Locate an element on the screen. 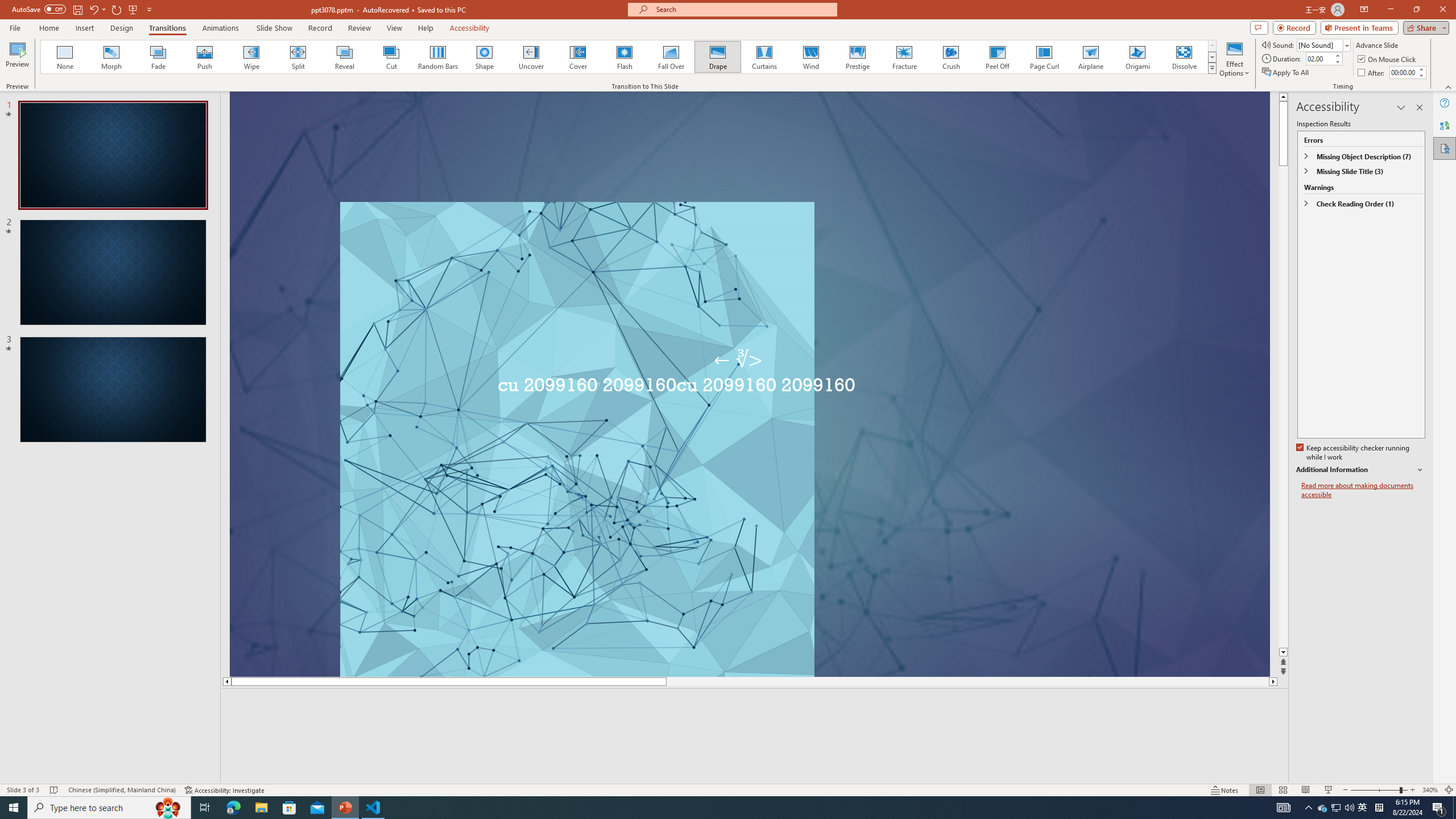  'Drape' is located at coordinates (717, 56).